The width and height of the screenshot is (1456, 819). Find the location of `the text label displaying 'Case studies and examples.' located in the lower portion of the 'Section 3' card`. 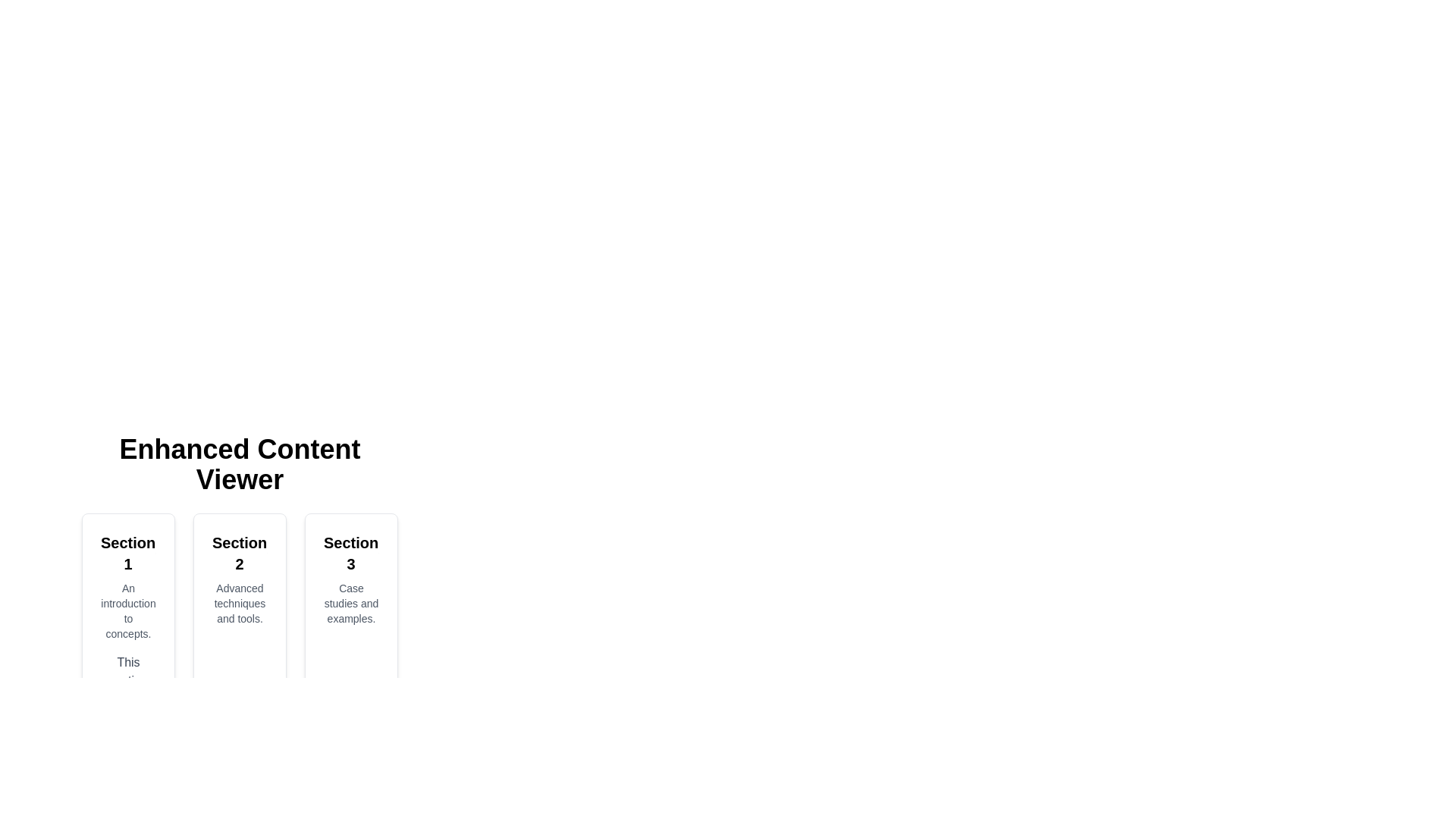

the text label displaying 'Case studies and examples.' located in the lower portion of the 'Section 3' card is located at coordinates (350, 602).